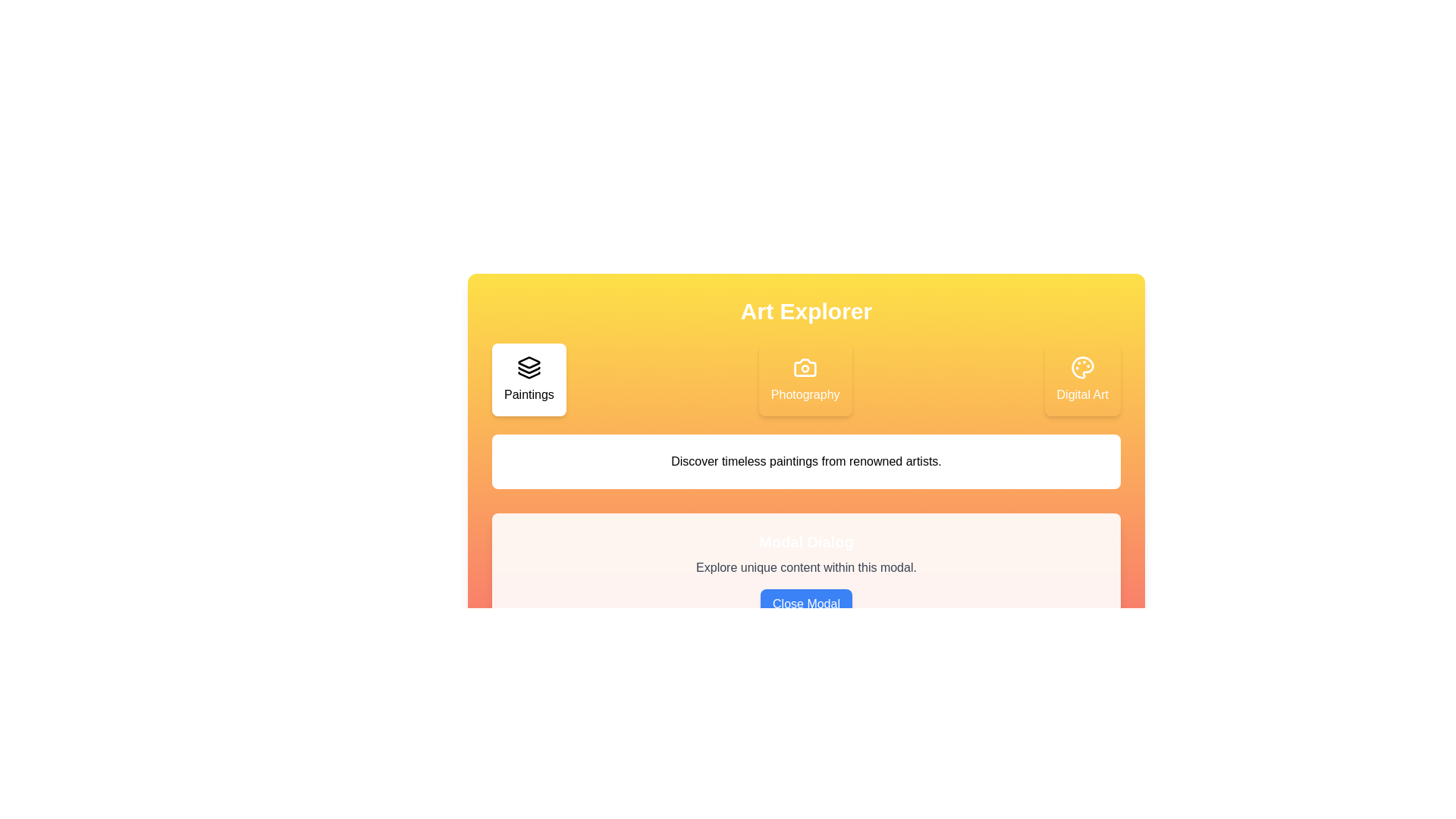 This screenshot has width=1456, height=819. I want to click on the 'Close Modal' button to close the modal dialog, so click(805, 604).